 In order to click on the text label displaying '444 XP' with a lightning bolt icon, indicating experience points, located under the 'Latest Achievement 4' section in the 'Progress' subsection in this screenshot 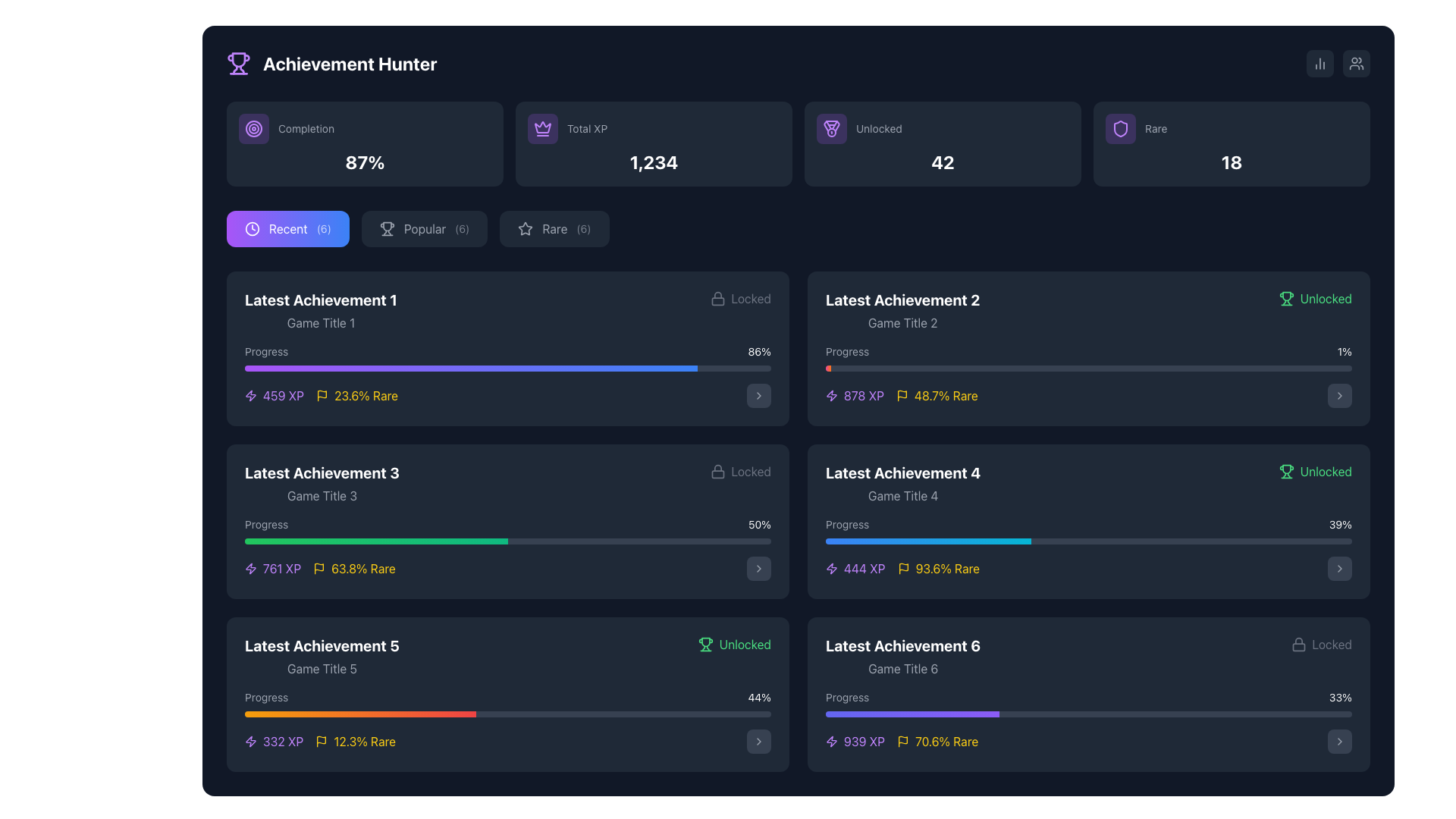, I will do `click(864, 568)`.